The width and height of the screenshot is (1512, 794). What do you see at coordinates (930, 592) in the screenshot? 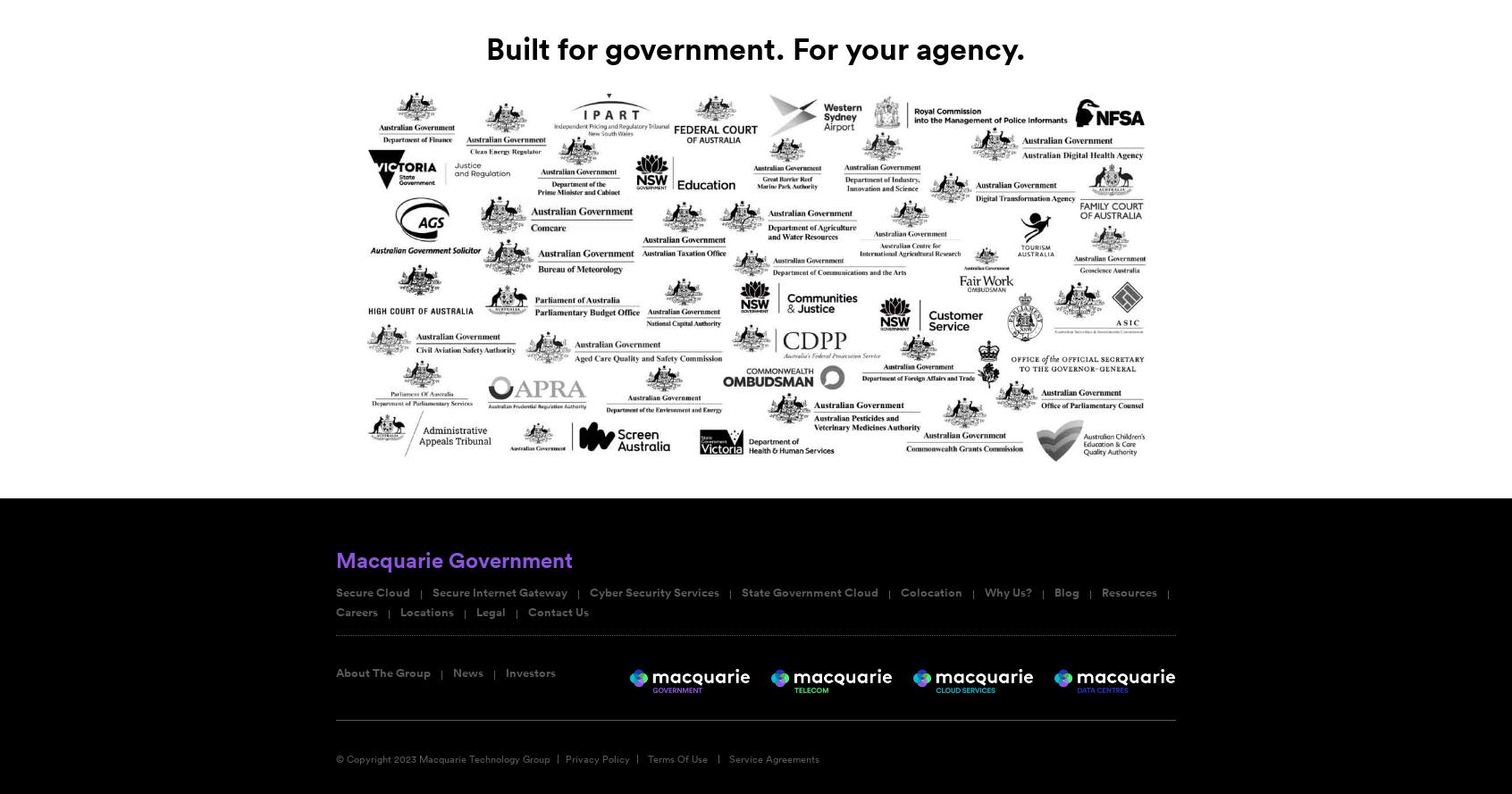
I see `'Colocation'` at bounding box center [930, 592].